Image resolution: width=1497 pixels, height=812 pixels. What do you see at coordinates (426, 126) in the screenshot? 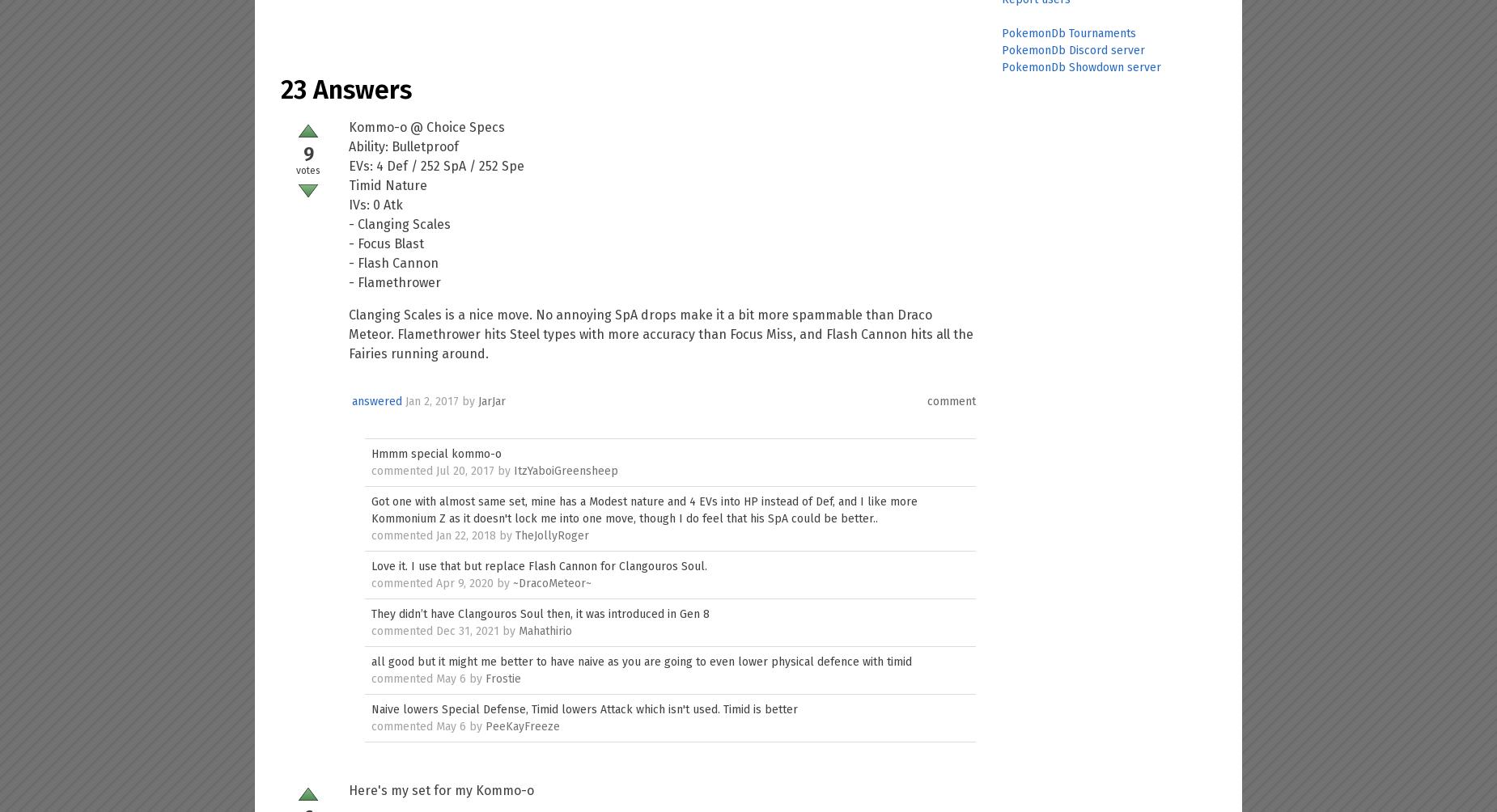
I see `'Kommo-o @ Choice Specs'` at bounding box center [426, 126].